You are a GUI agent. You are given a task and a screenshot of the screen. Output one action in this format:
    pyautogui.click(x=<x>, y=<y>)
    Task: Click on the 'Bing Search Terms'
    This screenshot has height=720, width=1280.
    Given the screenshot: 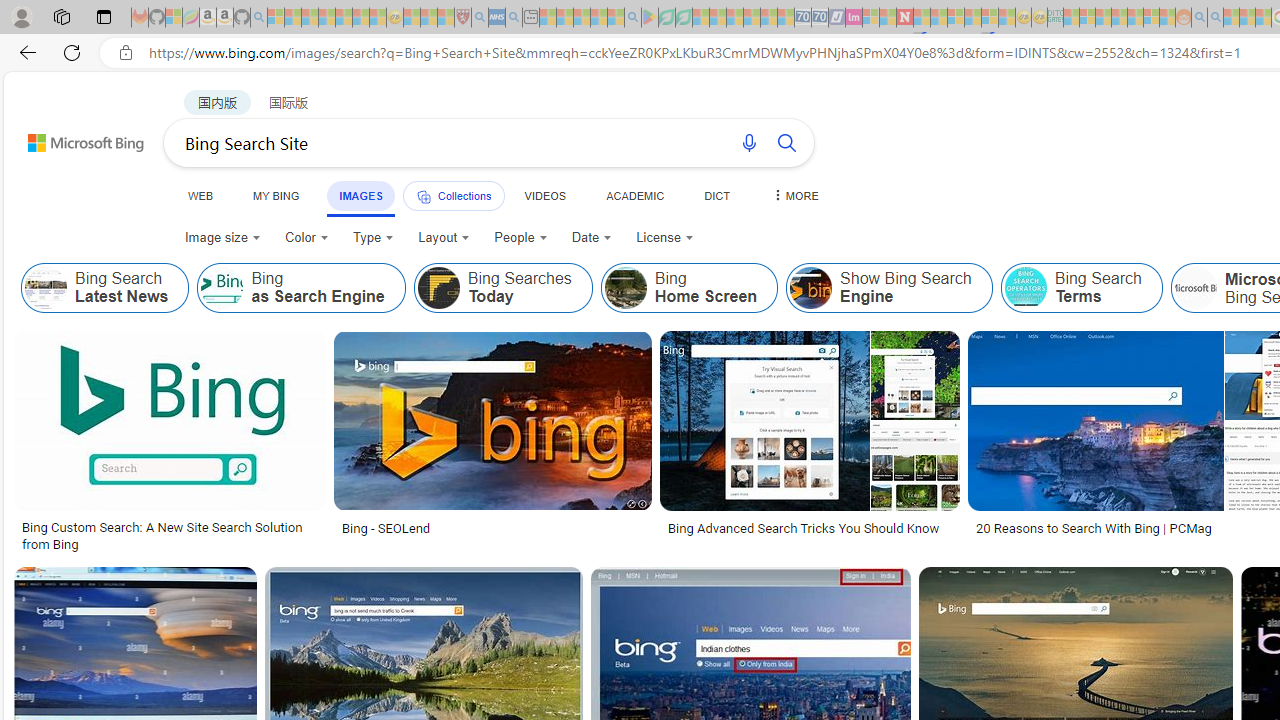 What is the action you would take?
    pyautogui.click(x=1025, y=288)
    